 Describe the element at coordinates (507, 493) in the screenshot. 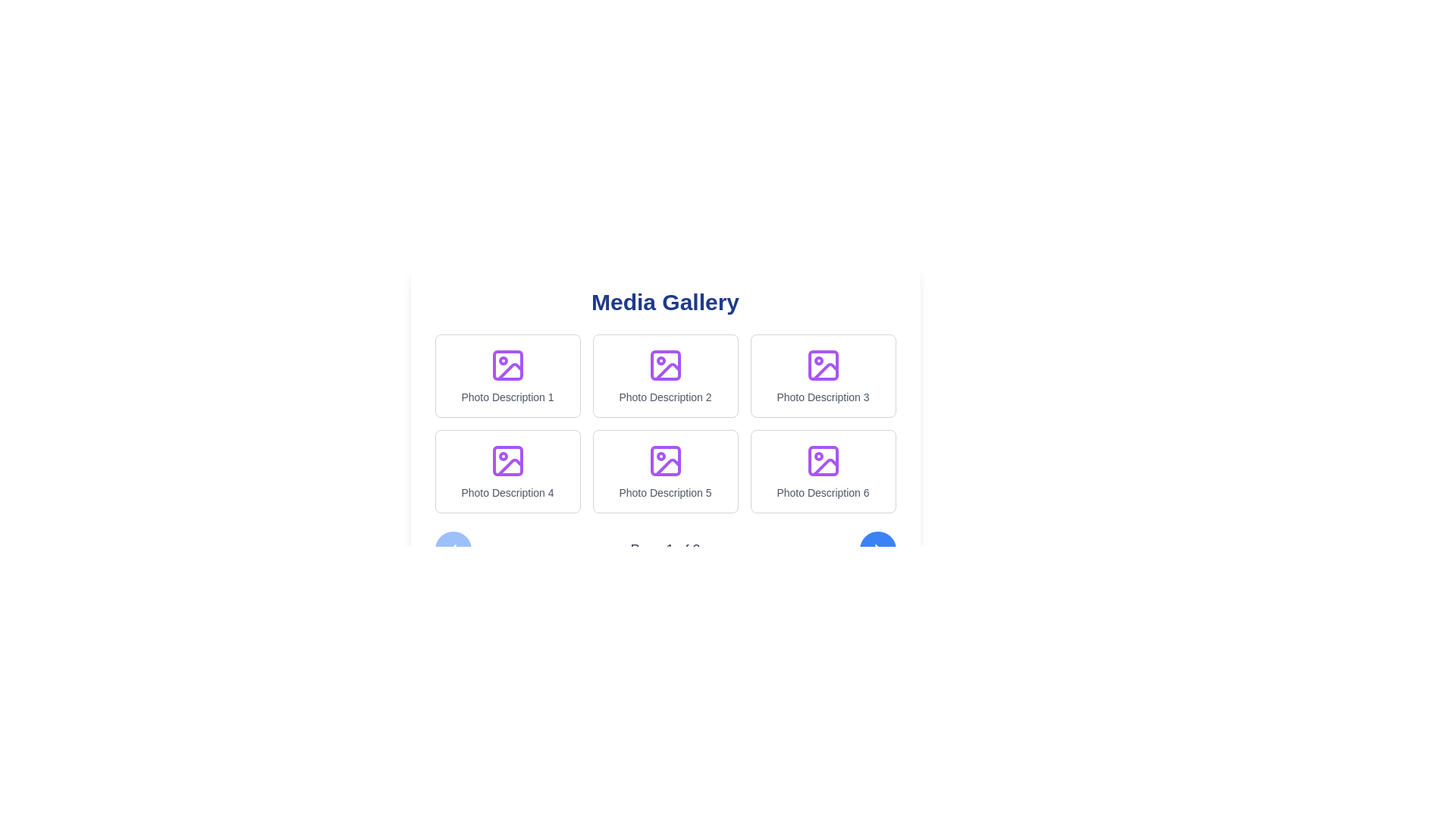

I see `the static text label located in the fourth tile of a grid of image descriptions, positioned below a purple image icon` at that location.